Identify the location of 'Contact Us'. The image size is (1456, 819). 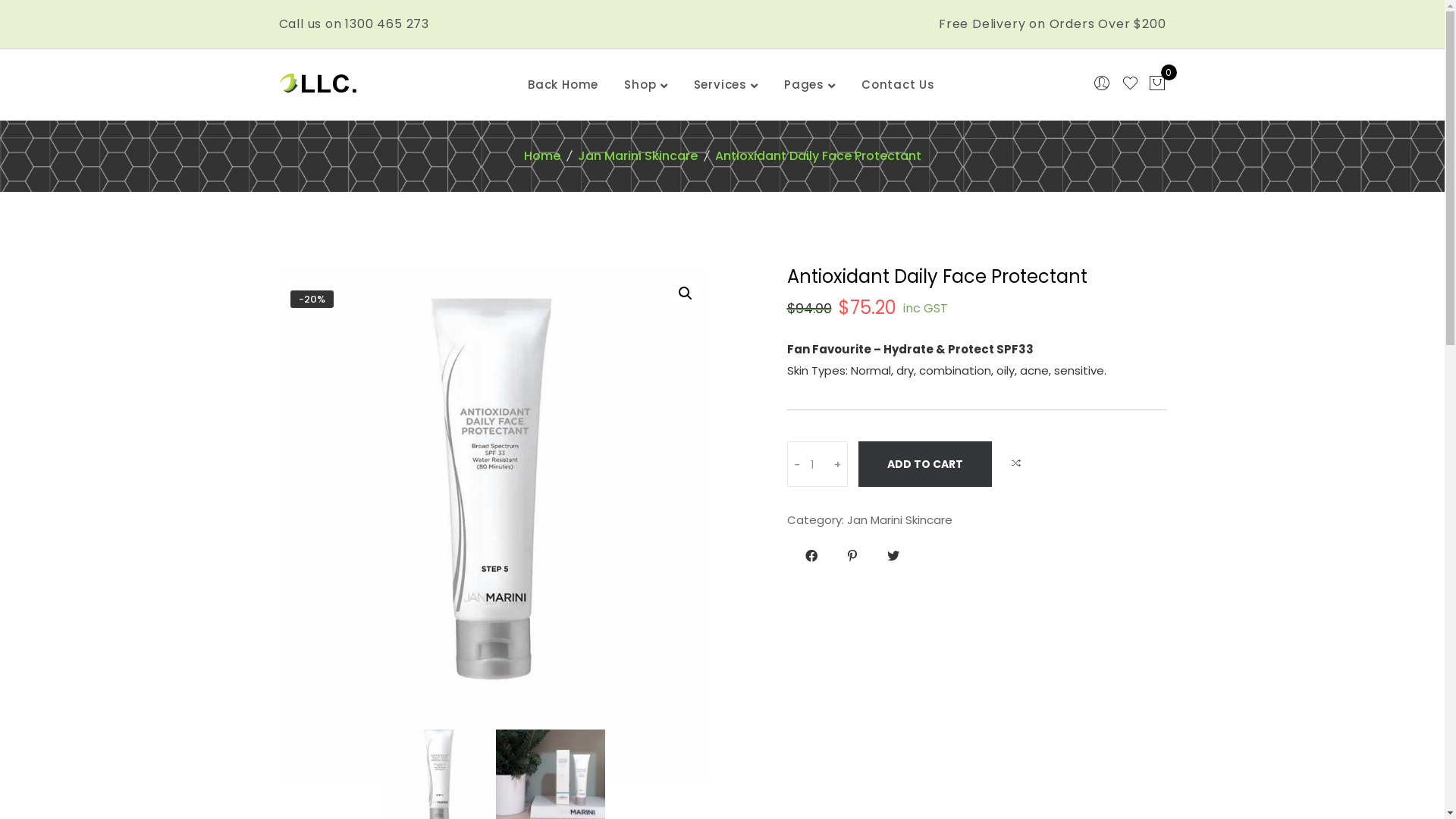
(898, 84).